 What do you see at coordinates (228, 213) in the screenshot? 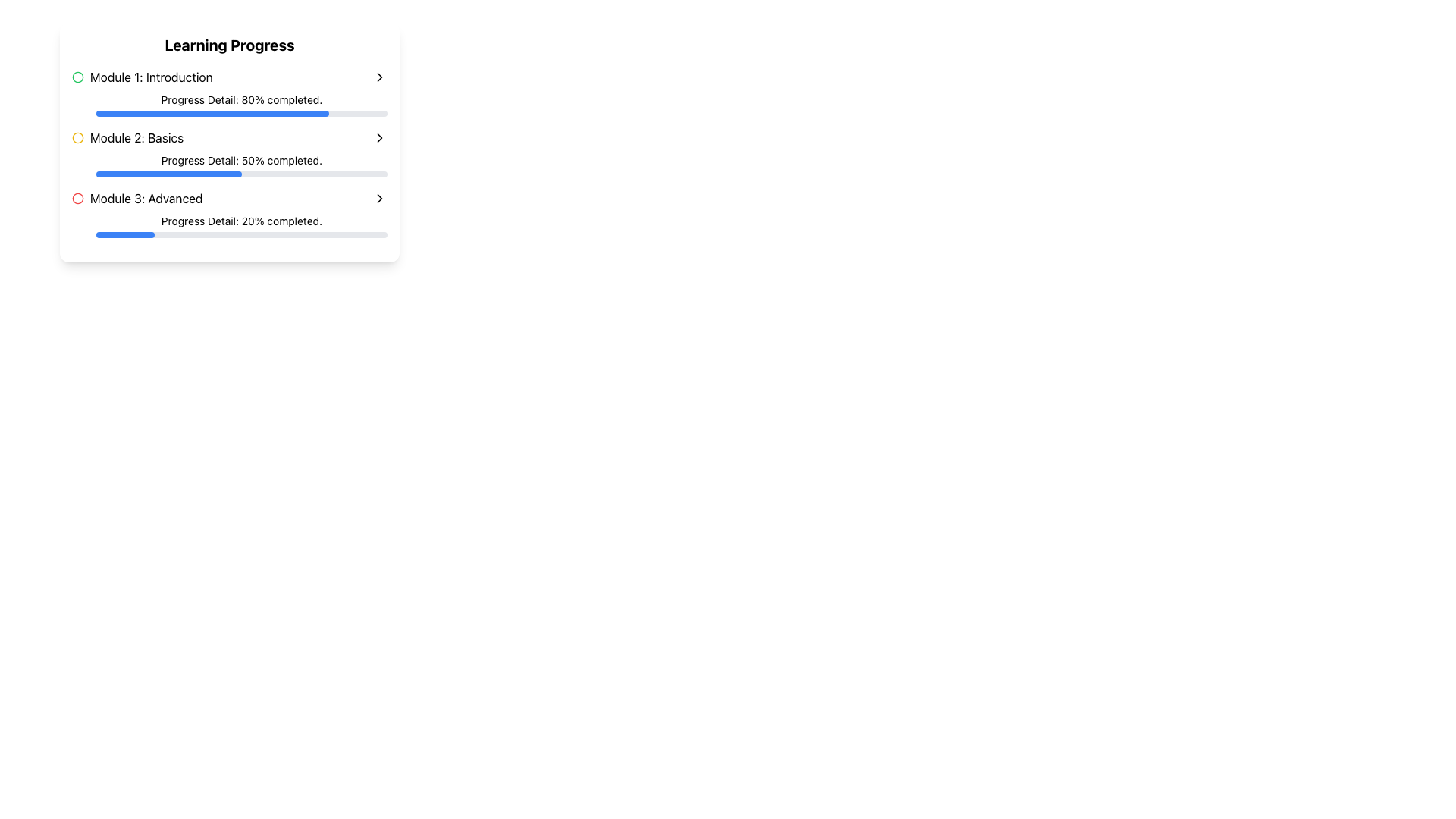
I see `the Composite UI element indicating the title and progress of 'Module 2: Basics' in the 'Learning Progress' section` at bounding box center [228, 213].